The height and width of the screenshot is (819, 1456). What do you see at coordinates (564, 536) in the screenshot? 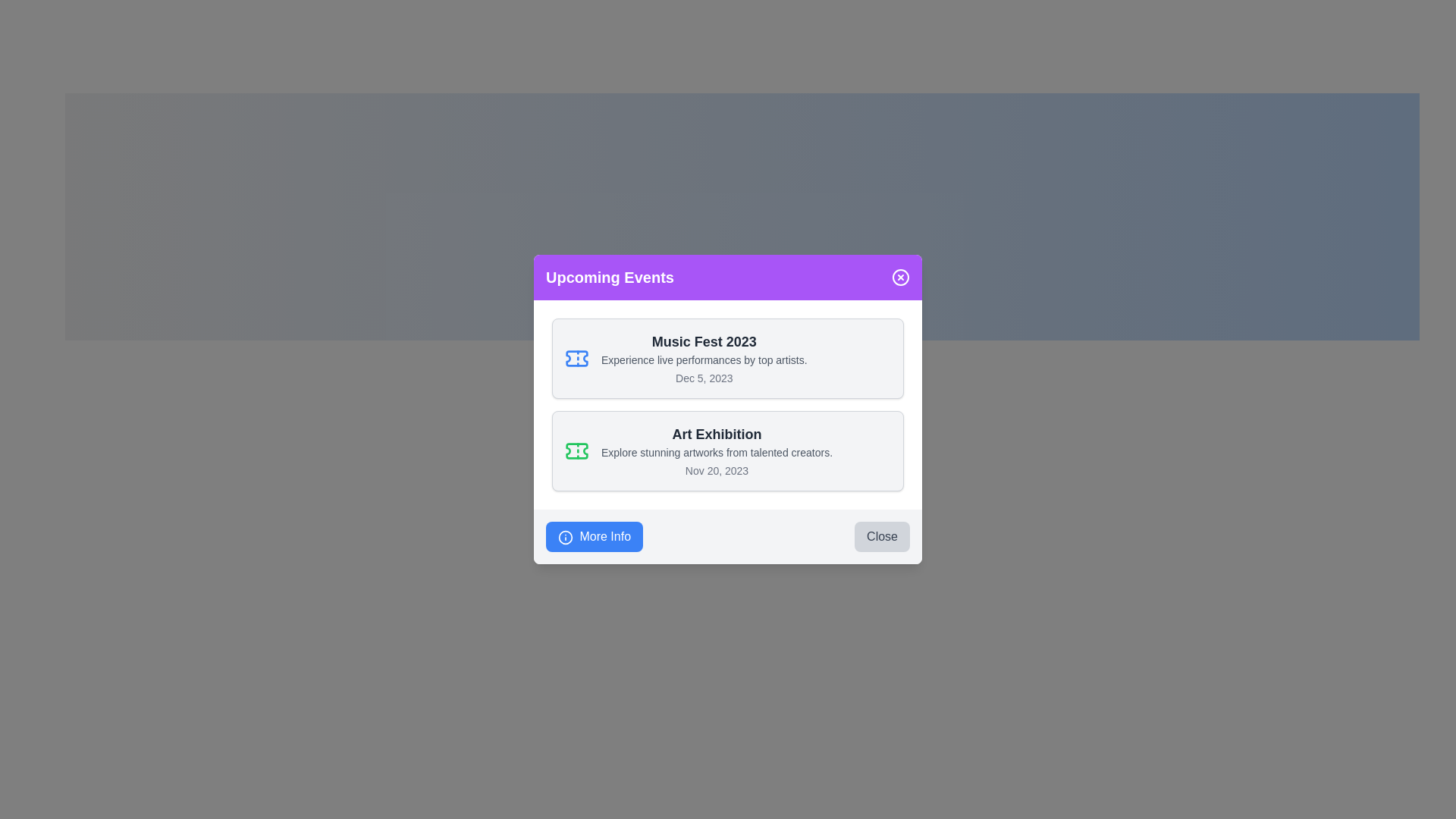
I see `the information icon SVG, which is part of the 'More Info' button located at the lower-left side of the popup interface` at bounding box center [564, 536].